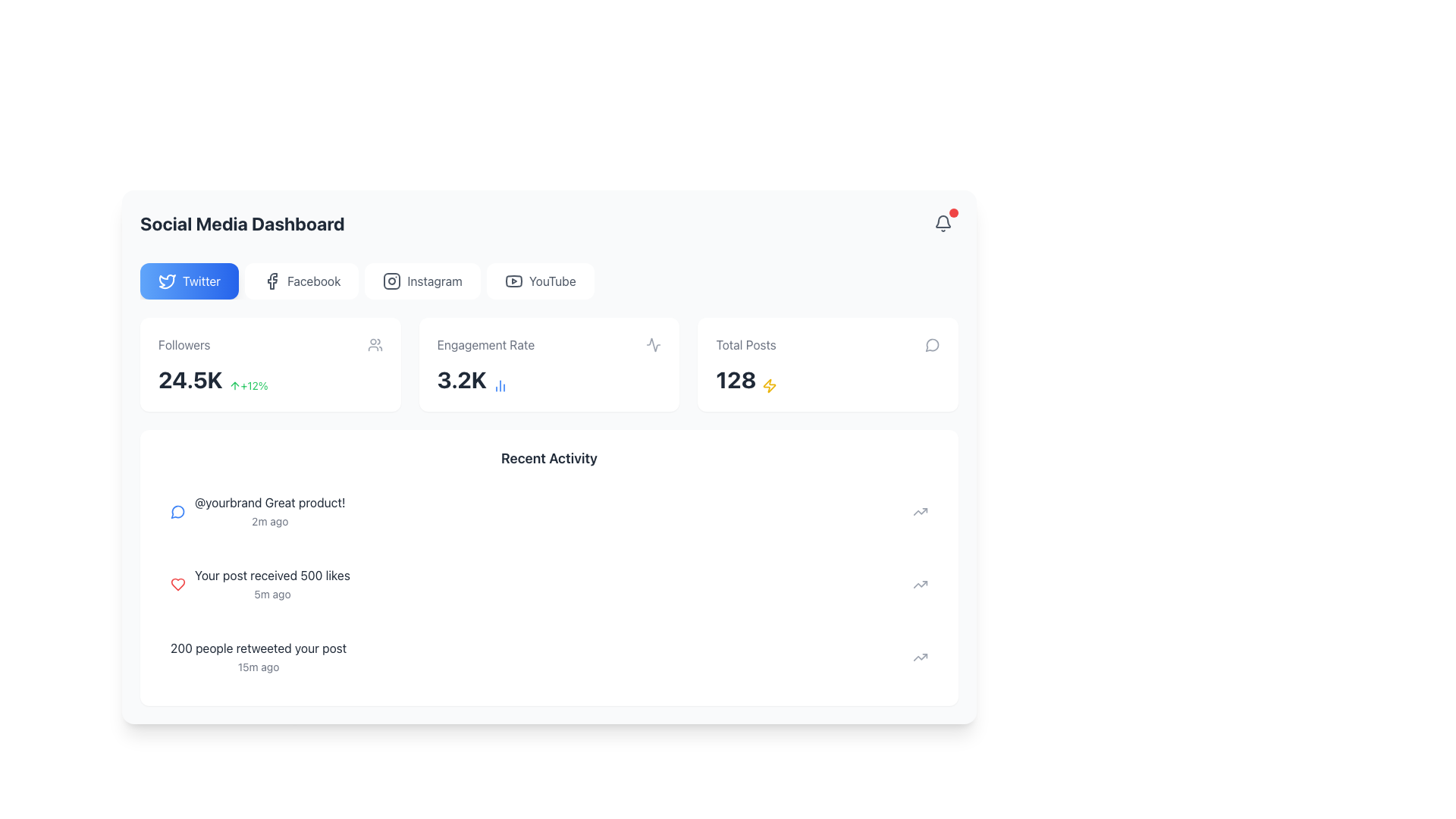 The width and height of the screenshot is (1456, 819). I want to click on text block displaying the message 'Your post received 500 likes' and the timestamp '5m ago' located in the 'Recent Activity' section, which is the second item in the vertical list, so click(272, 584).